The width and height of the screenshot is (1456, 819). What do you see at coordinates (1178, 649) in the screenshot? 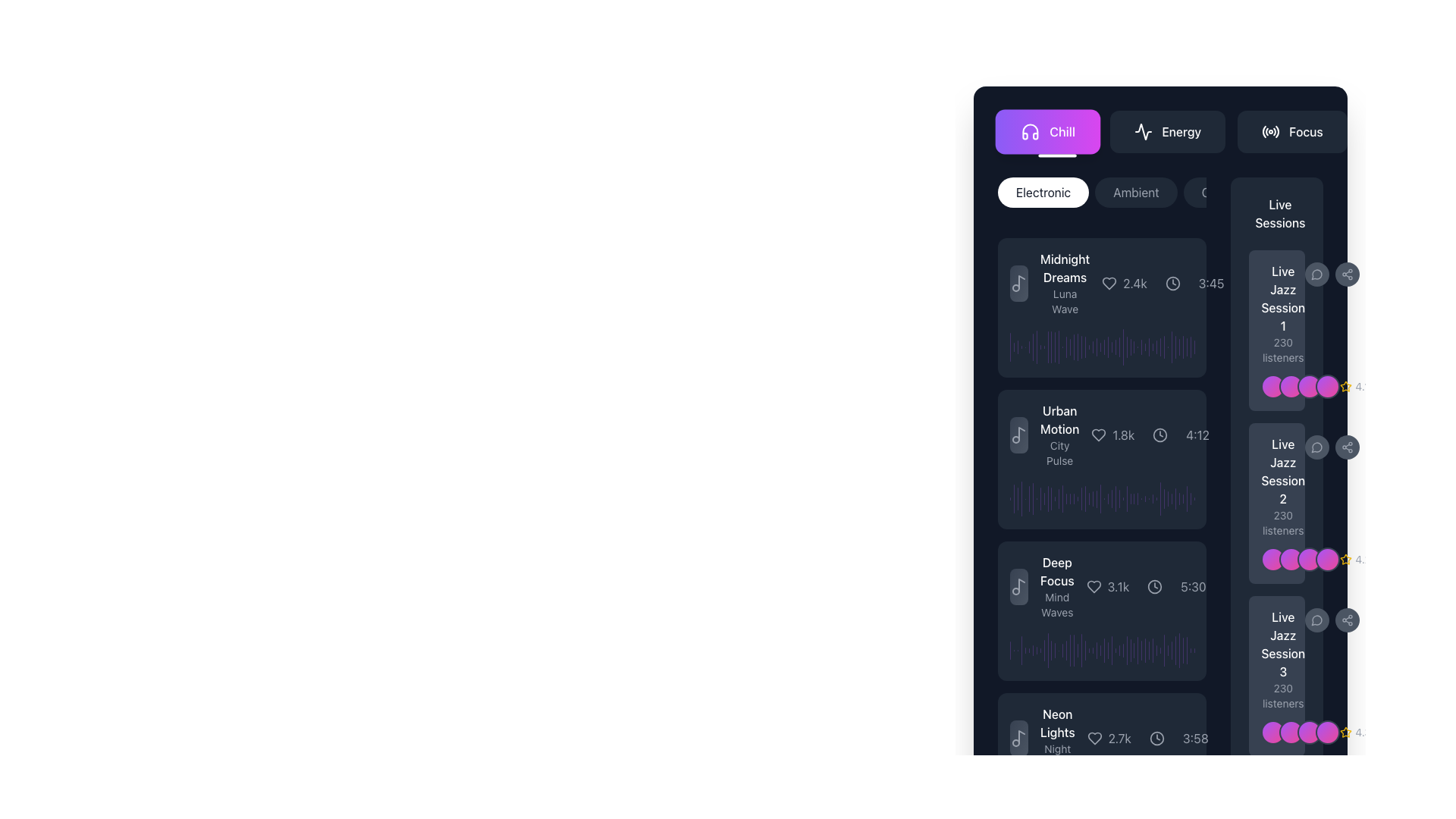
I see `the last vertical segment of the progress bar in the horizontal group, which serves as a visual indicator for the corresponding status` at bounding box center [1178, 649].